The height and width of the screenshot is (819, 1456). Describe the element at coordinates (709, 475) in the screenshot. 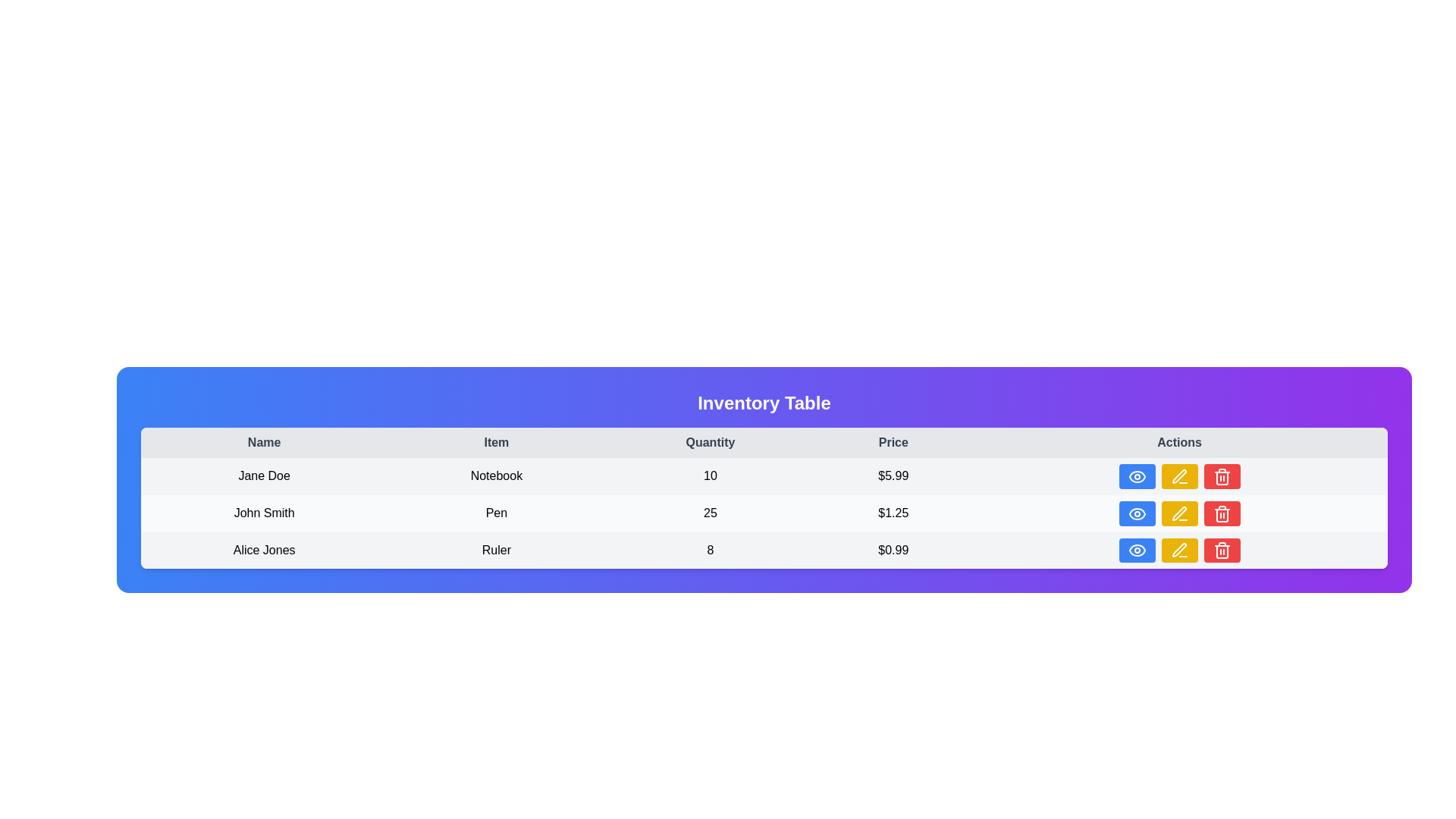

I see `on the text display showing the quantity of 'Notebook' in the inventory table, which is centrally aligned in the corresponding cell` at that location.